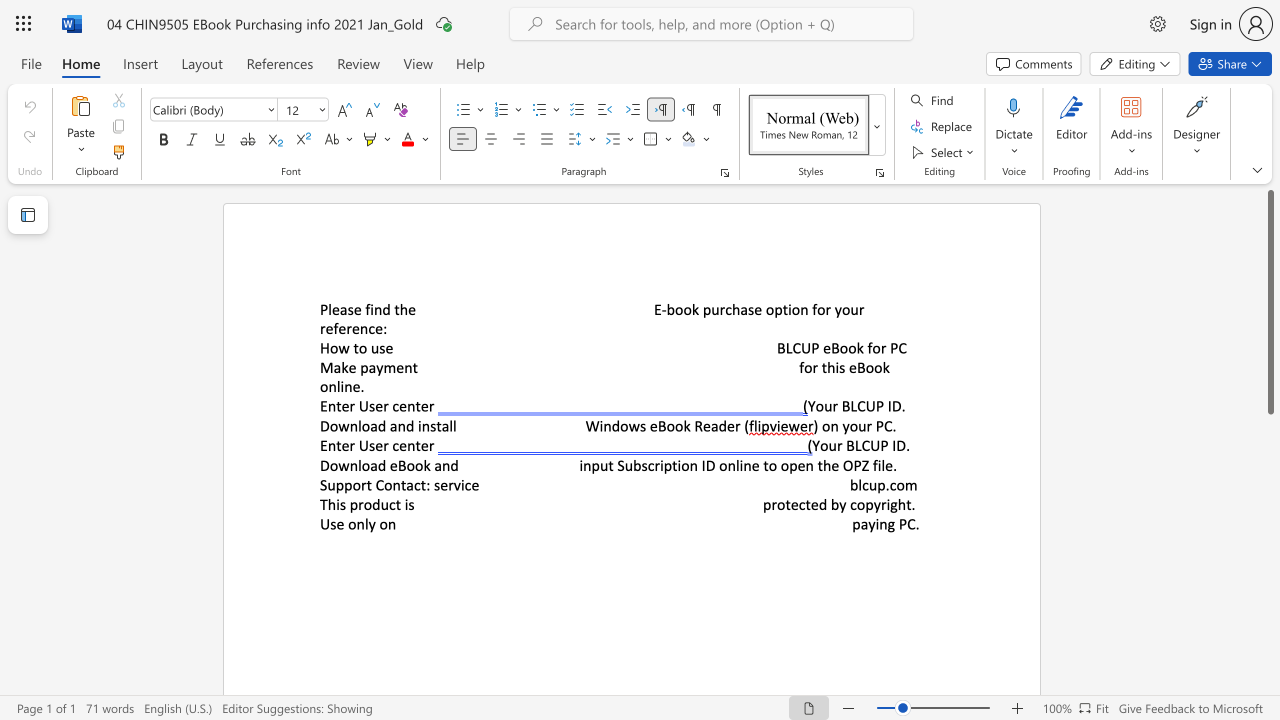 This screenshot has height=720, width=1280. I want to click on the 2th character "e" in the text, so click(706, 425).